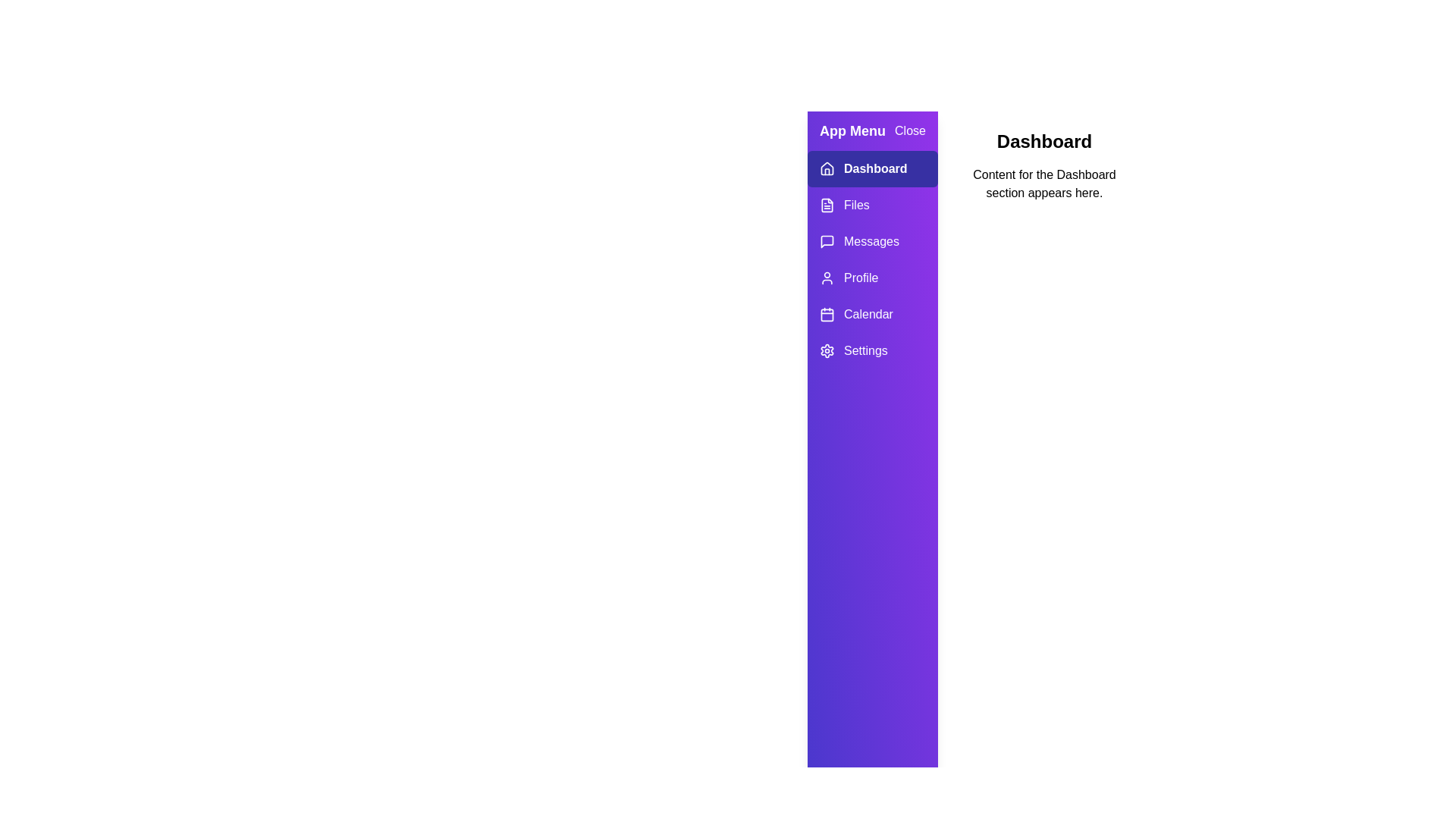 This screenshot has height=819, width=1456. Describe the element at coordinates (873, 350) in the screenshot. I see `the tab labeled Settings in the drawer` at that location.